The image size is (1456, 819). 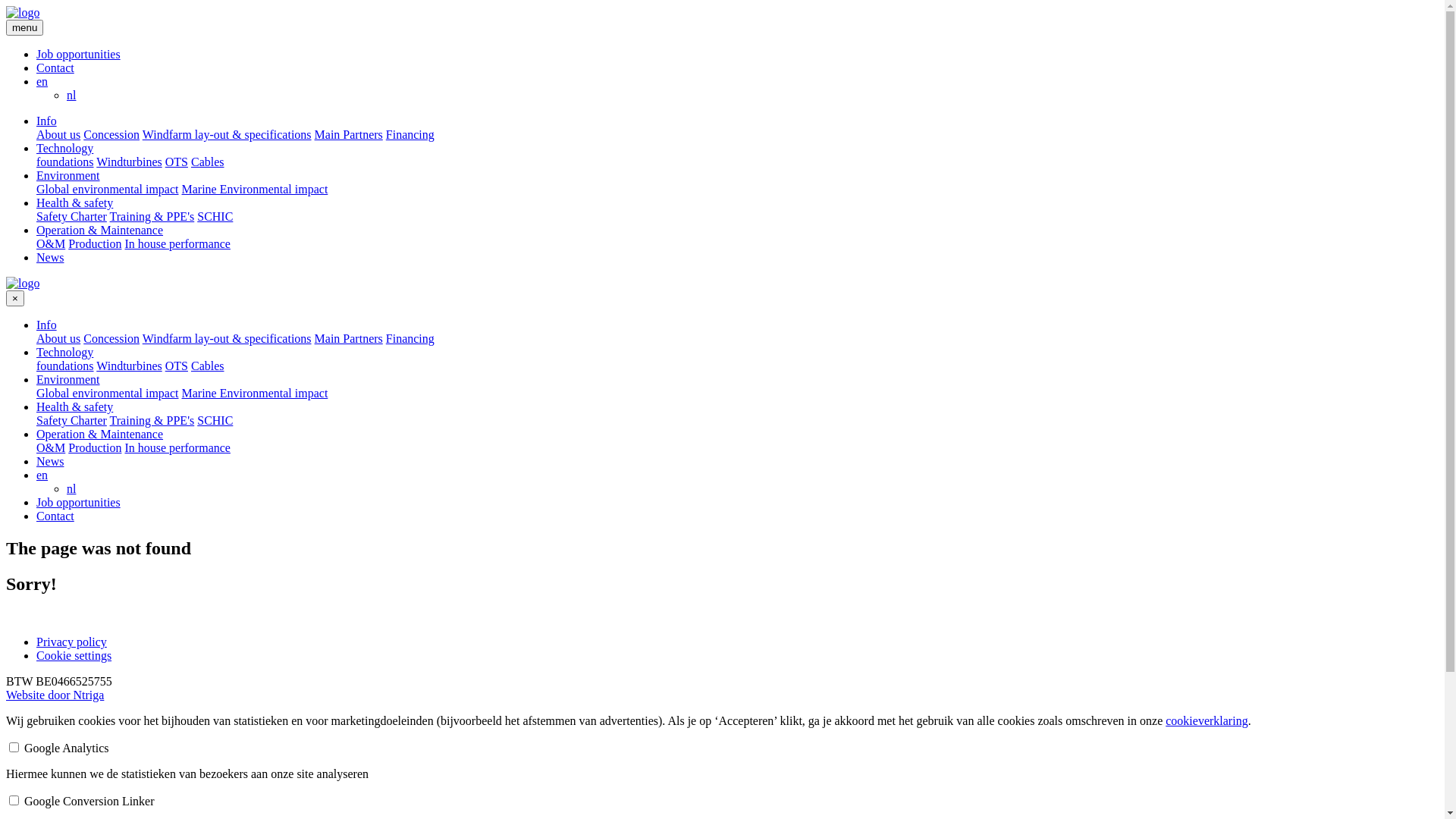 I want to click on 'About us', so click(x=58, y=337).